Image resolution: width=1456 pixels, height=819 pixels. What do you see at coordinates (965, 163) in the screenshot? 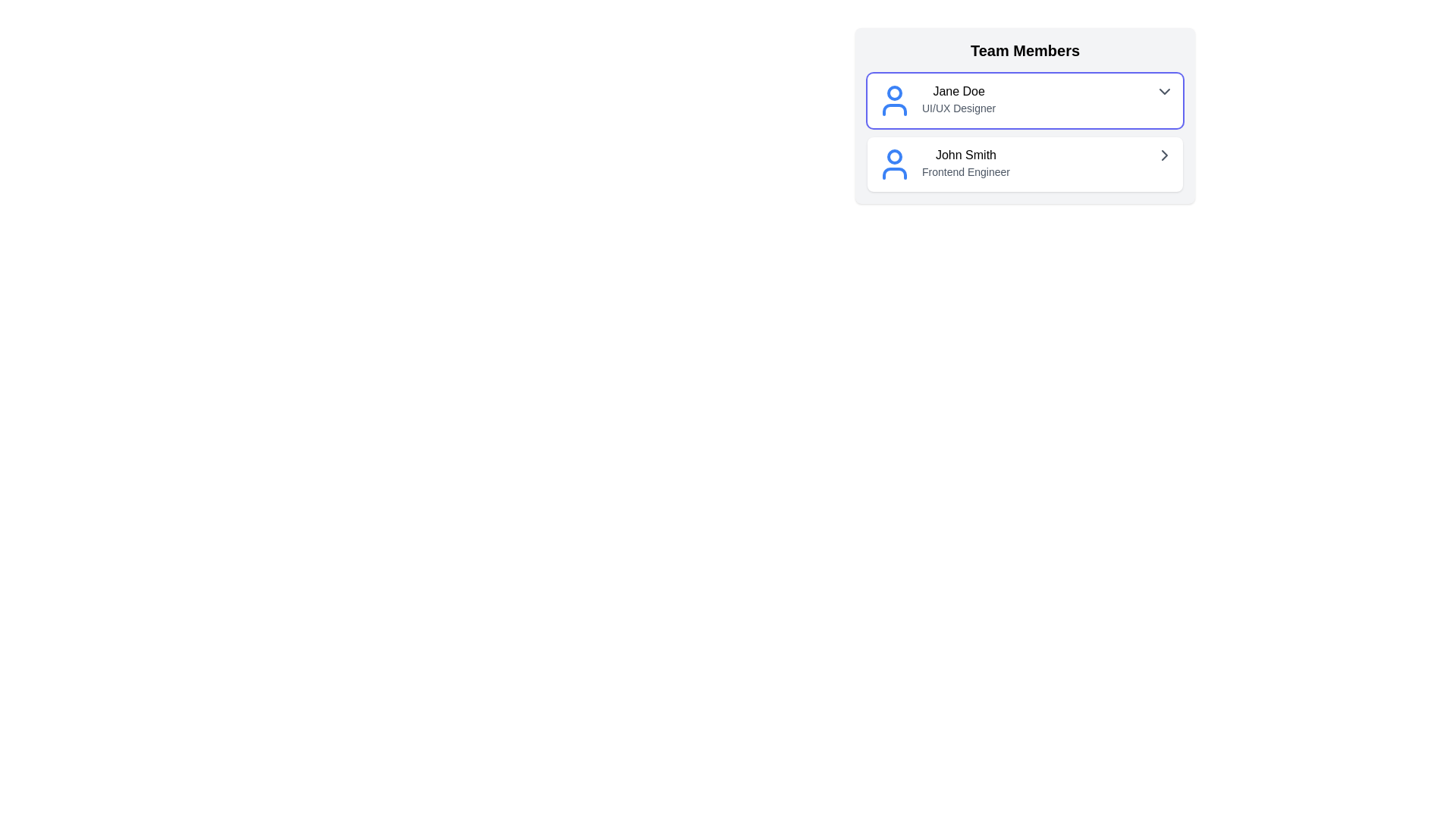
I see `the Text Block displaying 'John Smith' and 'Frontend Engineer', which is the second entry in the 'Team Members' list` at bounding box center [965, 163].